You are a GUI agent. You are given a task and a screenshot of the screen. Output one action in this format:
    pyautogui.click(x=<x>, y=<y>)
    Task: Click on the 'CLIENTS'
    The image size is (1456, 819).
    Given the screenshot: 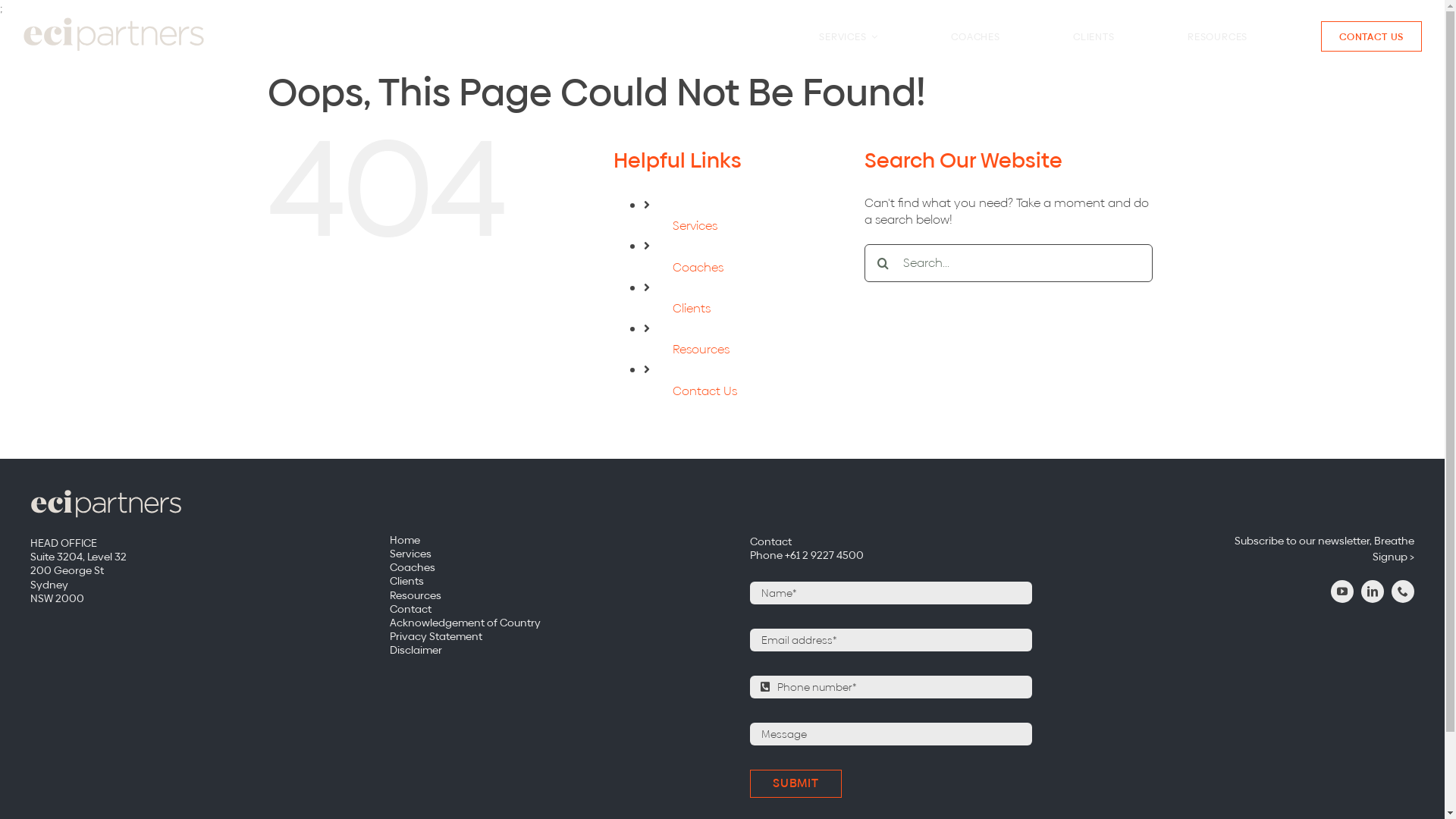 What is the action you would take?
    pyautogui.click(x=1093, y=35)
    